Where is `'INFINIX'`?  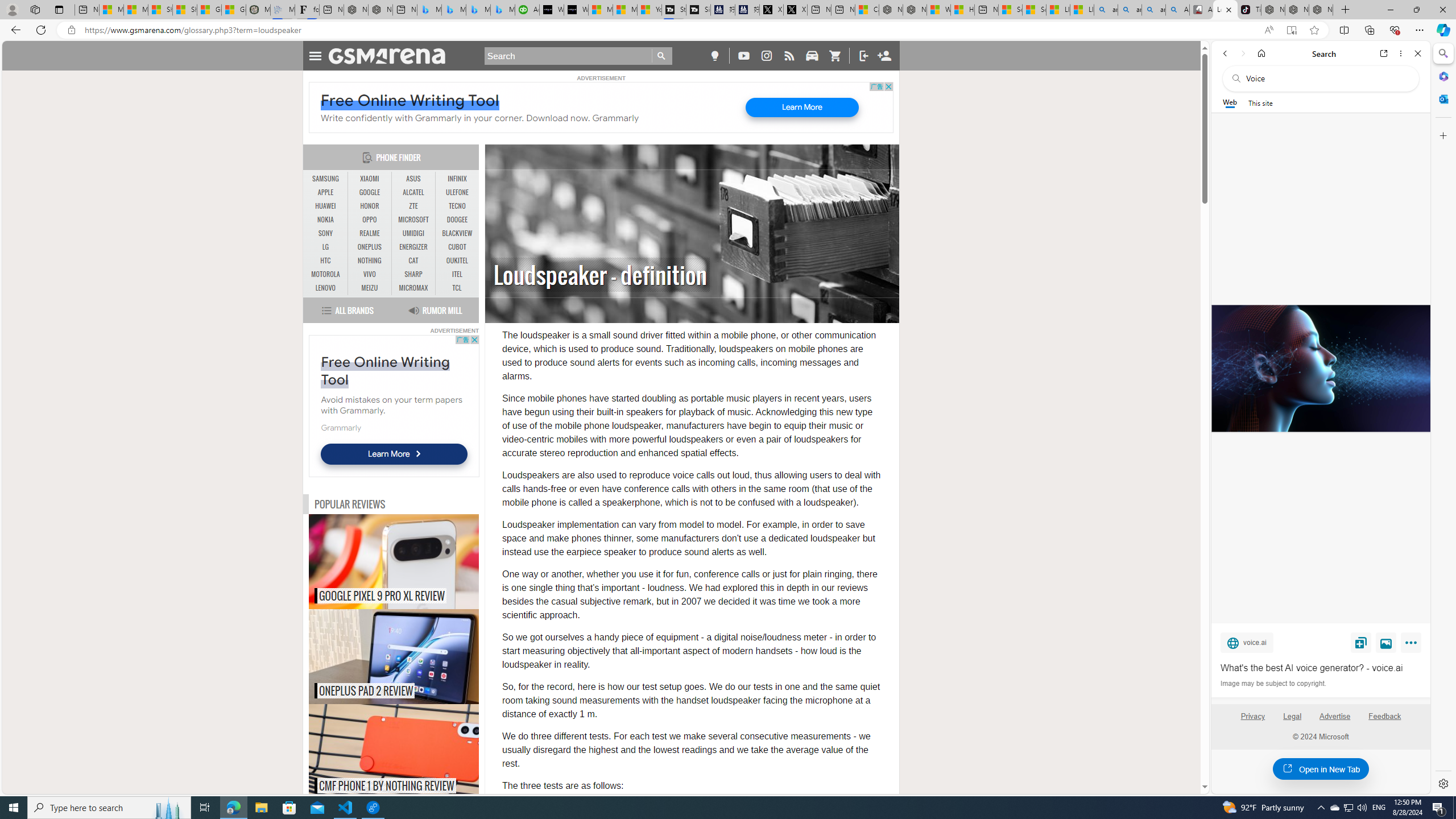 'INFINIX' is located at coordinates (457, 179).